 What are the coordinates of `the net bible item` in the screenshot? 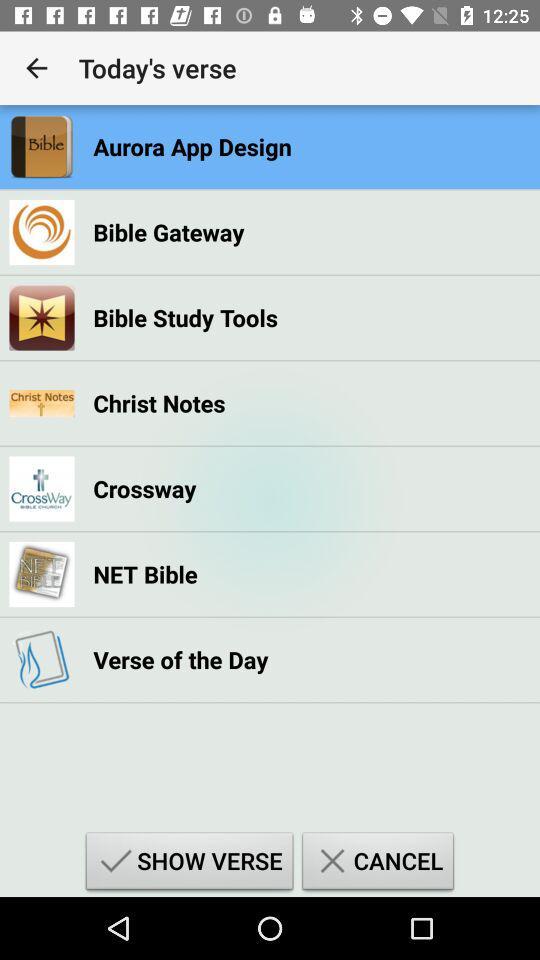 It's located at (144, 574).